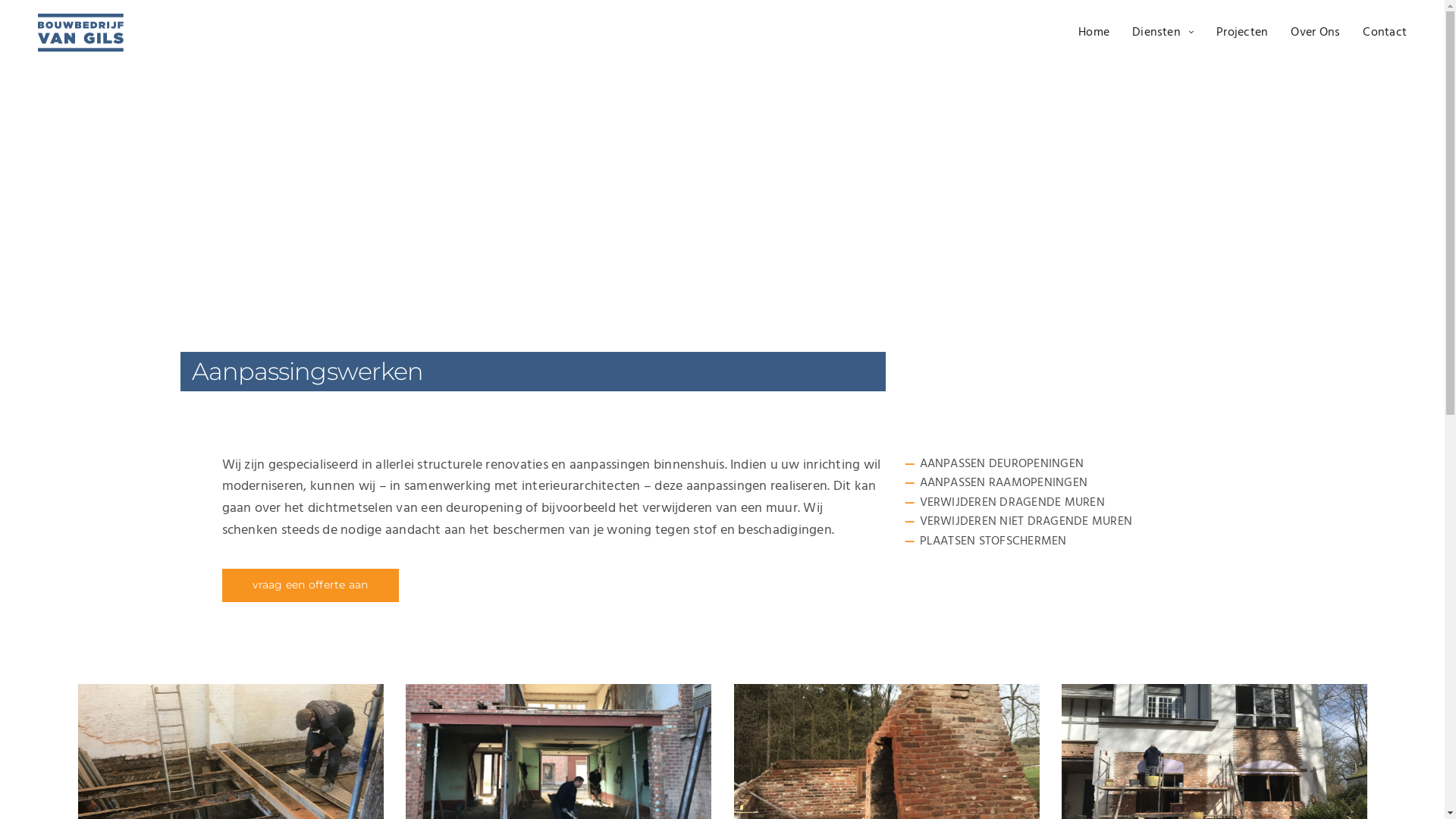 This screenshot has width=1456, height=819. Describe the element at coordinates (48, 17) in the screenshot. I see `'Search'` at that location.